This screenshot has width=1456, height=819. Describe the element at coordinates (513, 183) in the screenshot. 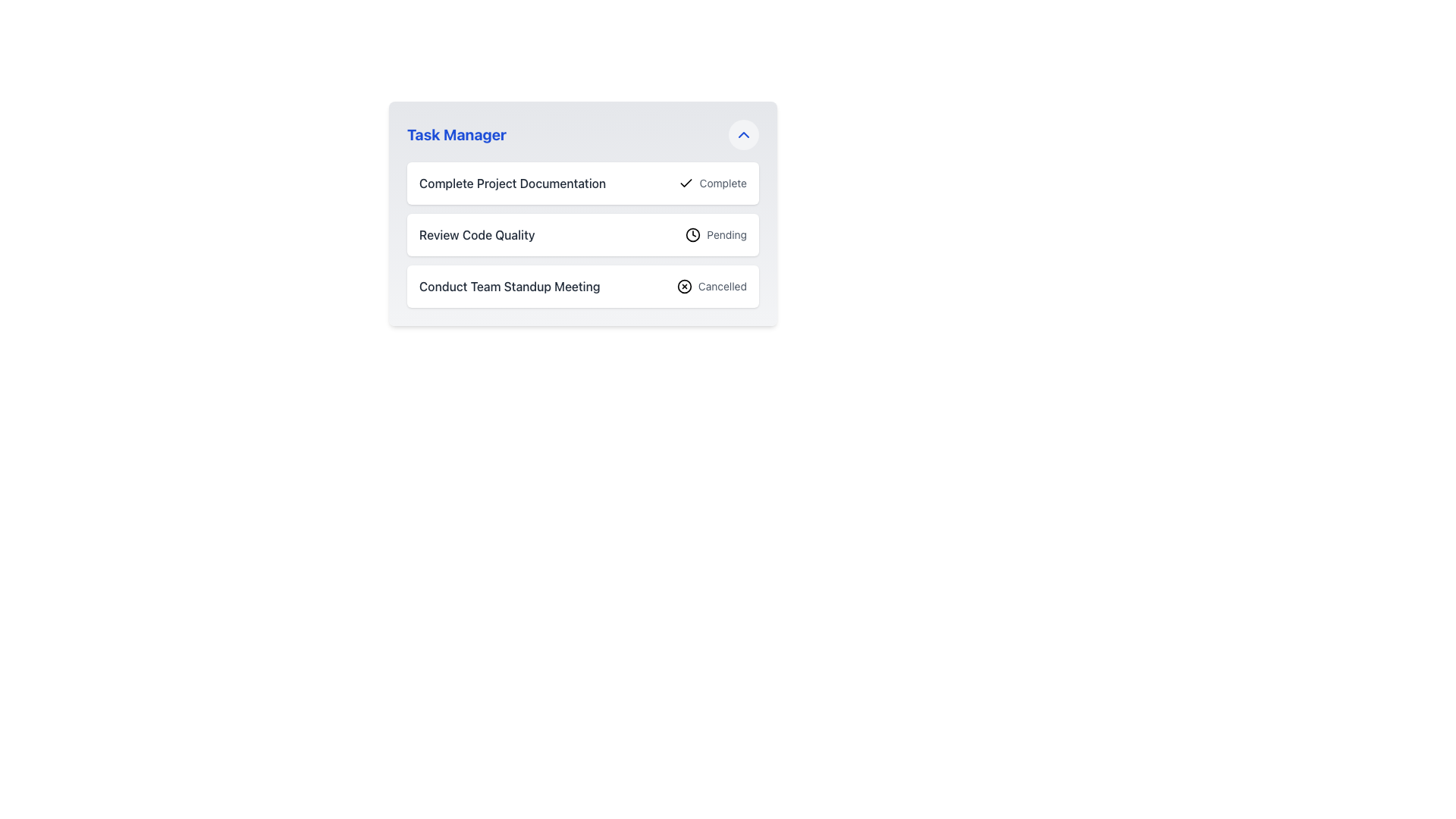

I see `the text label at the top-left section of the task entry card to enable interactions like copy` at that location.